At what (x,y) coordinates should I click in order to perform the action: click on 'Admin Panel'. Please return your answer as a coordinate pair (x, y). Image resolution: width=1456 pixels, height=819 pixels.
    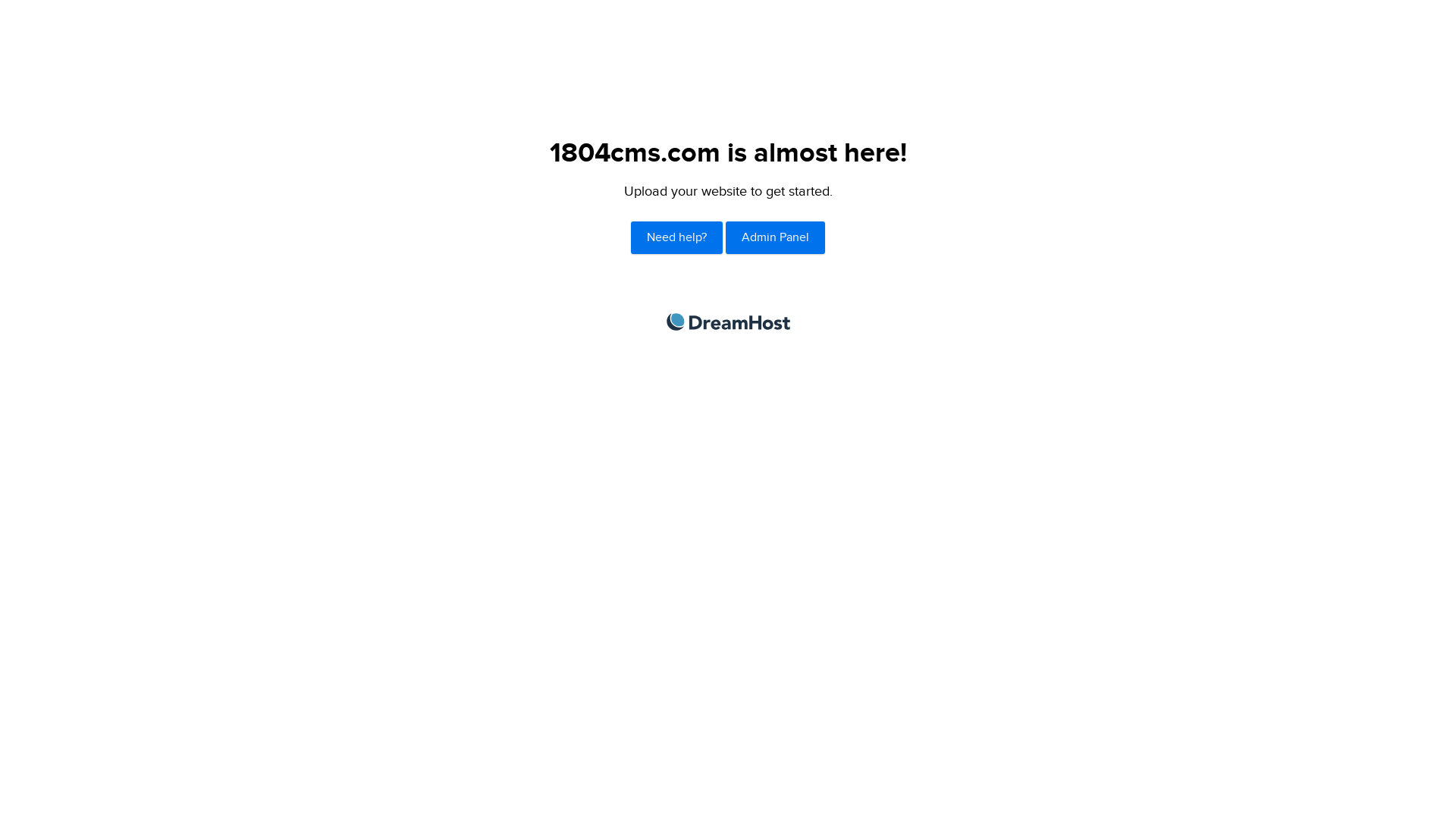
    Looking at the image, I should click on (775, 237).